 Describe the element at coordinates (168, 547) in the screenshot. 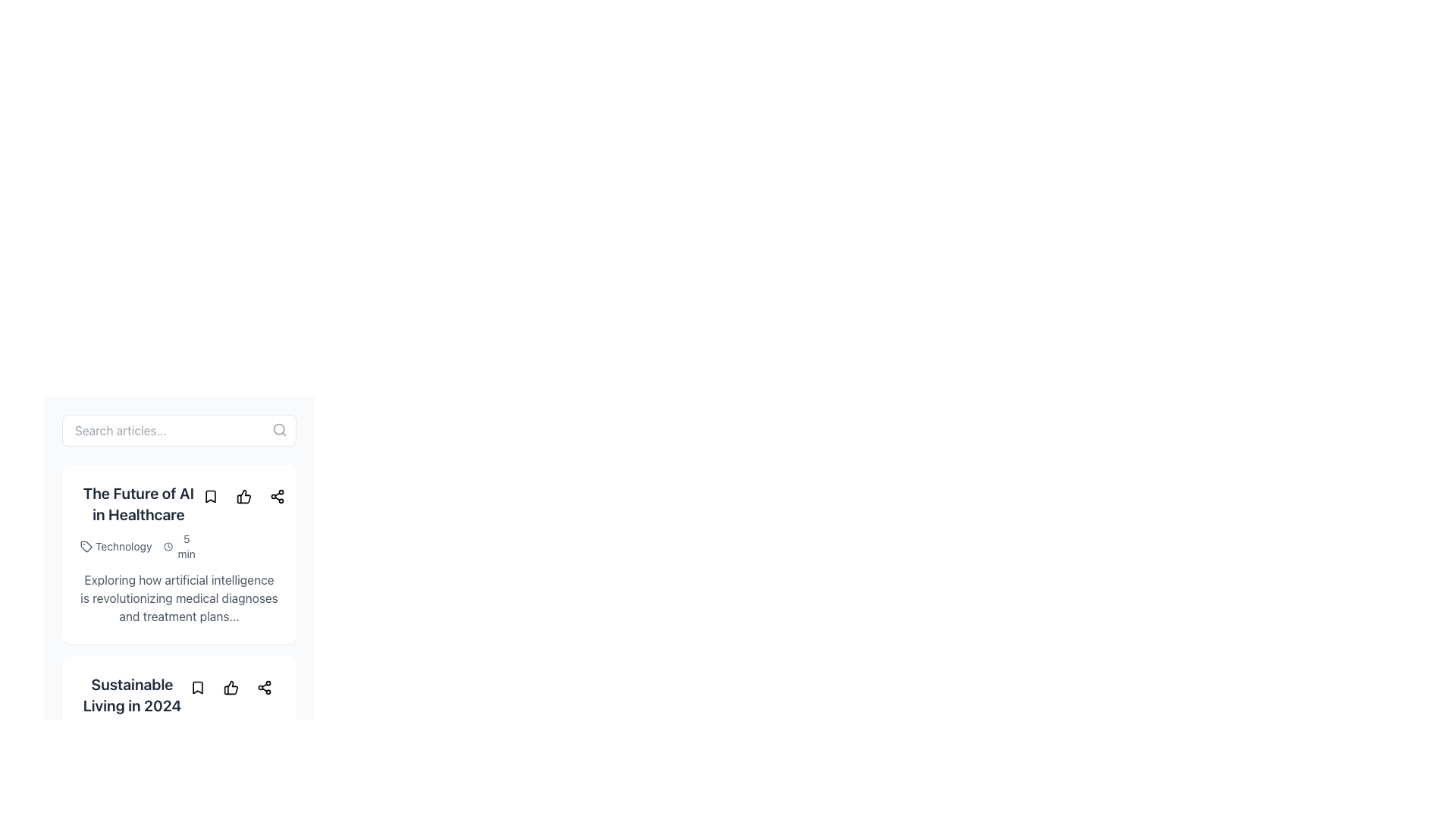

I see `the clock icon located within the 'The Future of AI in Healthcare' card layout, which indicates a reading time of '5 min'` at that location.